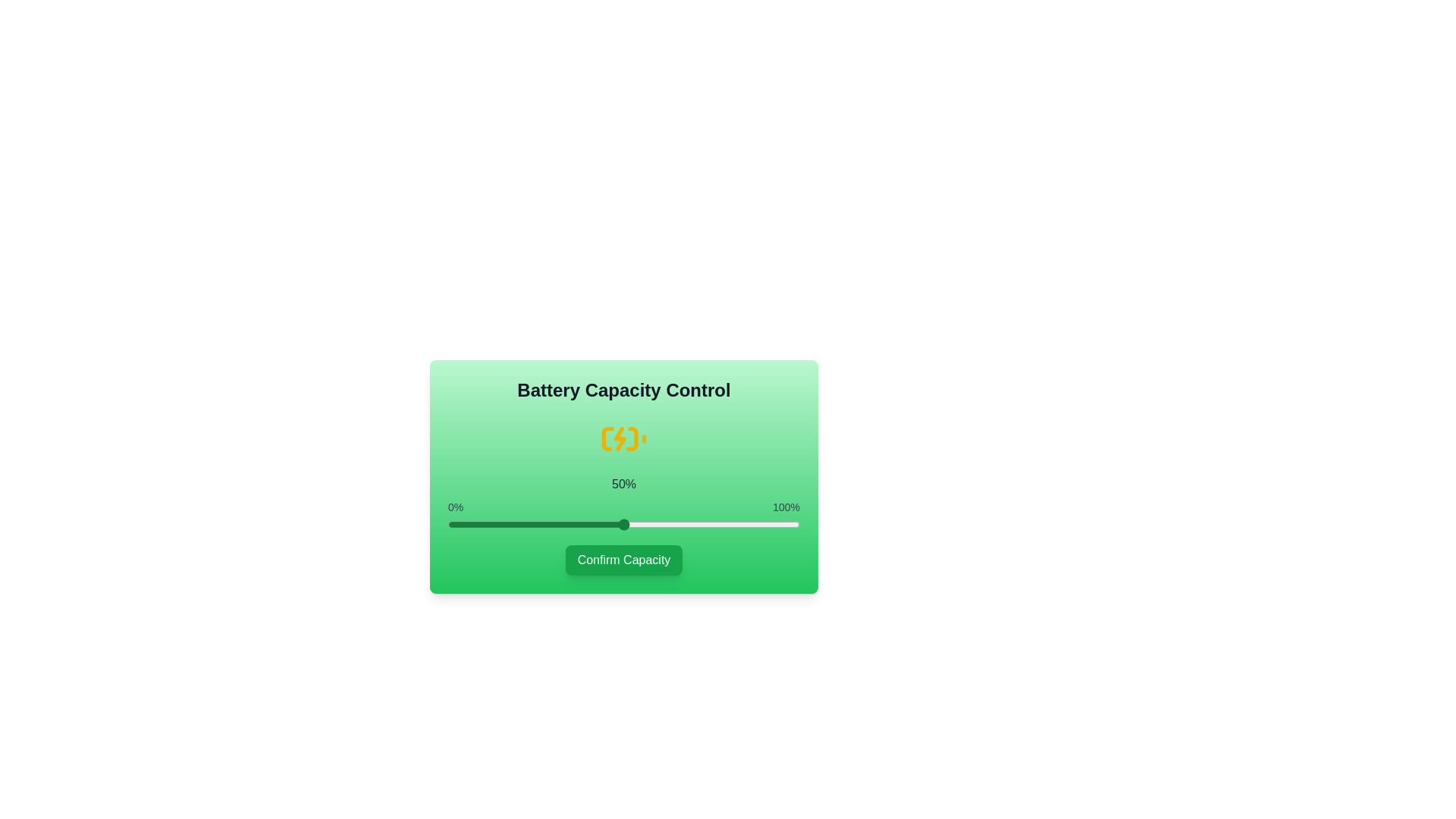 Image resolution: width=1456 pixels, height=819 pixels. Describe the element at coordinates (740, 523) in the screenshot. I see `the battery capacity slider to 83% to observe the icon change` at that location.